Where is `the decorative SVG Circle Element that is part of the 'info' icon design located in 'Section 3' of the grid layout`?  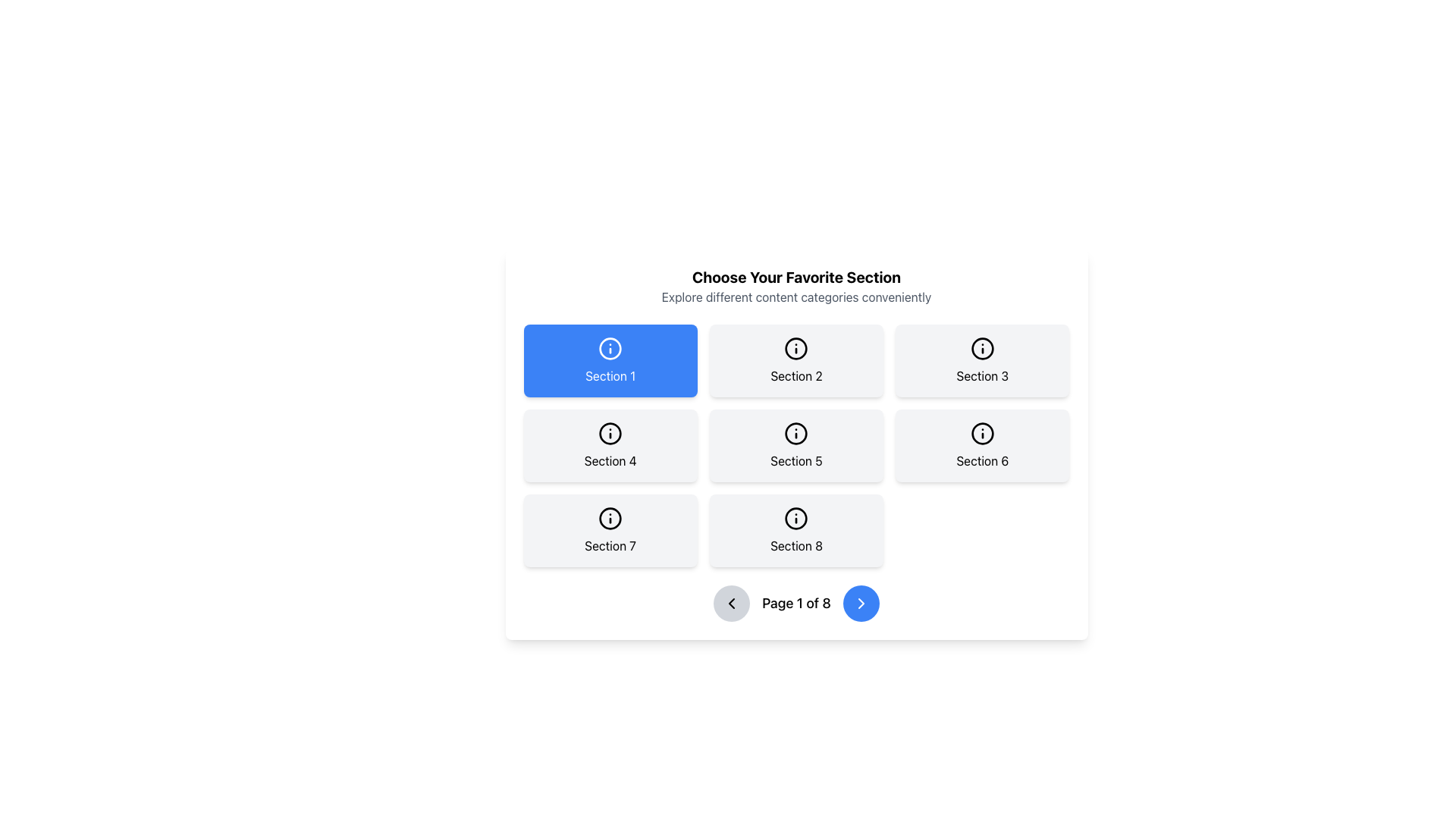 the decorative SVG Circle Element that is part of the 'info' icon design located in 'Section 3' of the grid layout is located at coordinates (982, 348).